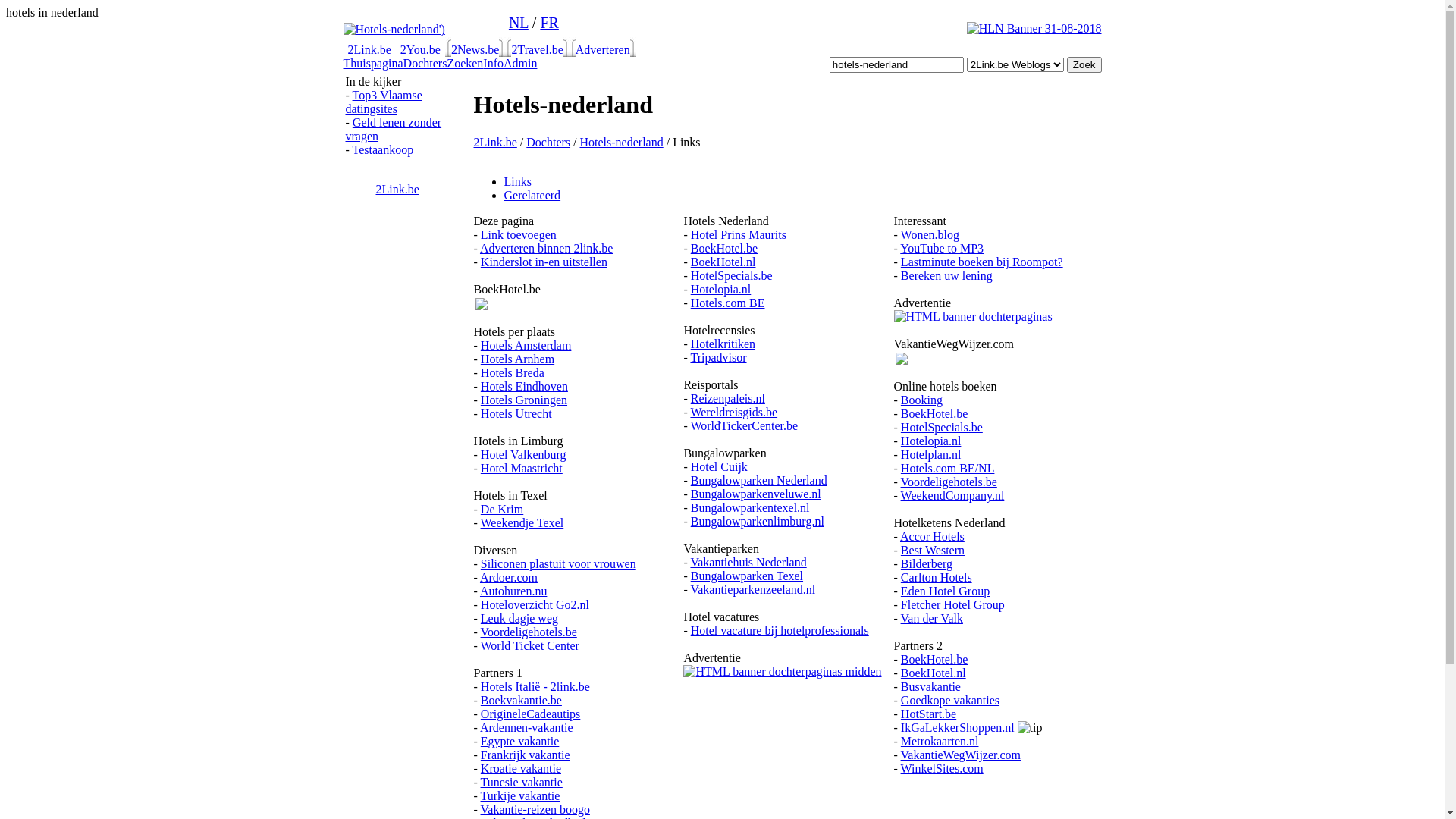 The width and height of the screenshot is (1456, 819). I want to click on 'Hotels Arnhem', so click(517, 359).